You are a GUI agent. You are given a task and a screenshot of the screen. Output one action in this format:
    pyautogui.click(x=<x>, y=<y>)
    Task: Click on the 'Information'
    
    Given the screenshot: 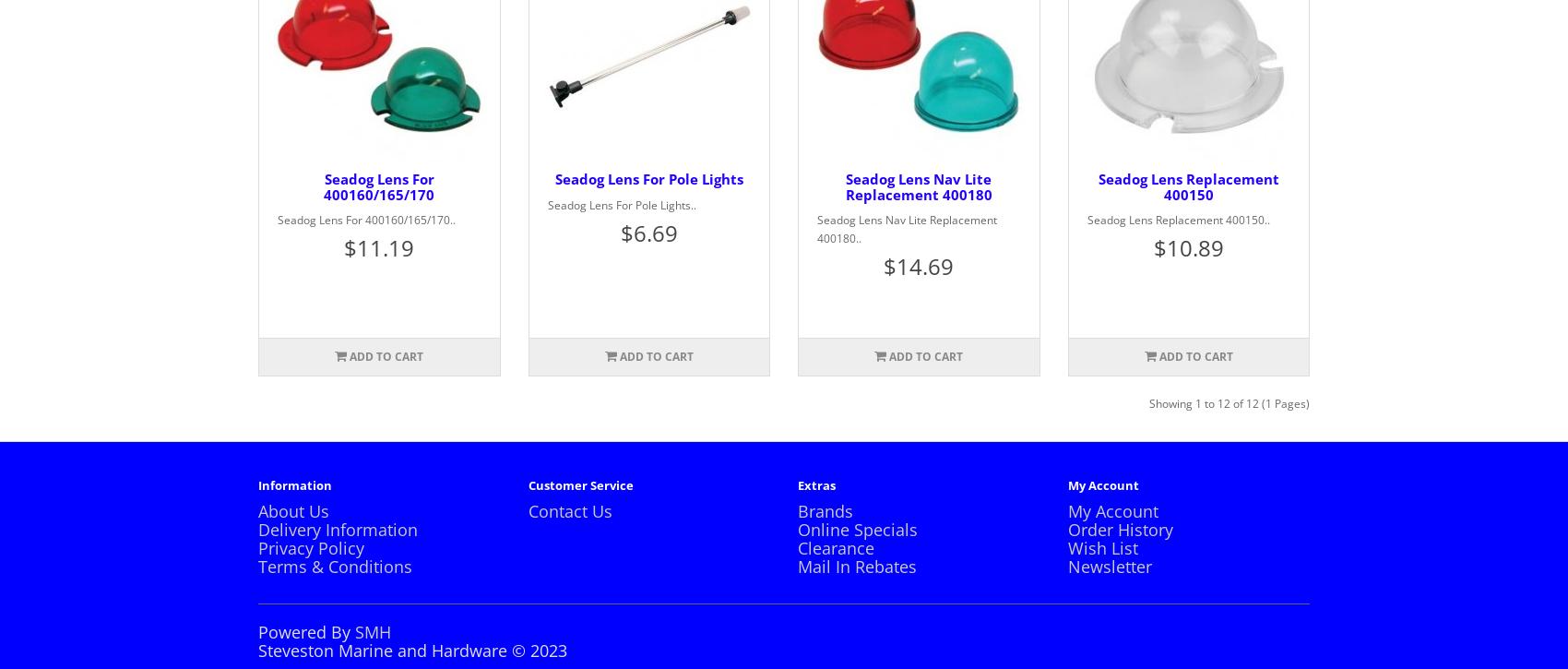 What is the action you would take?
    pyautogui.click(x=294, y=484)
    